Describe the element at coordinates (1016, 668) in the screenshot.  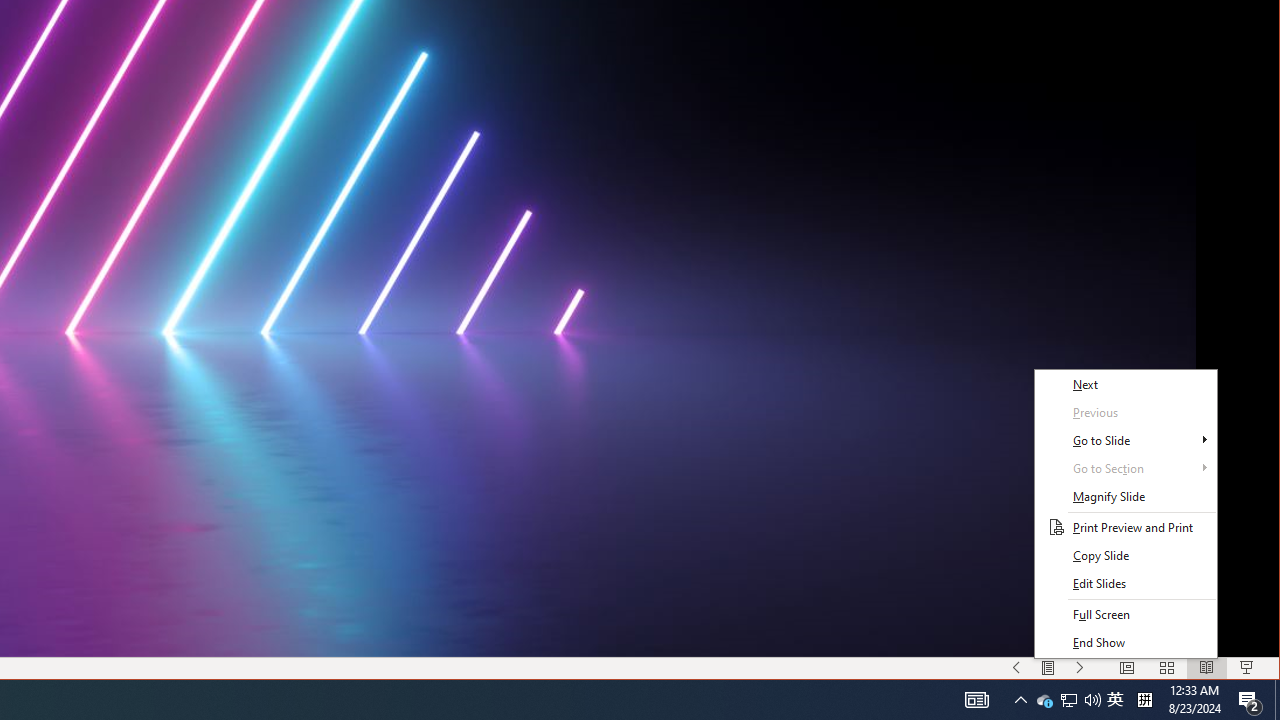
I see `'Slide Show Previous On'` at that location.